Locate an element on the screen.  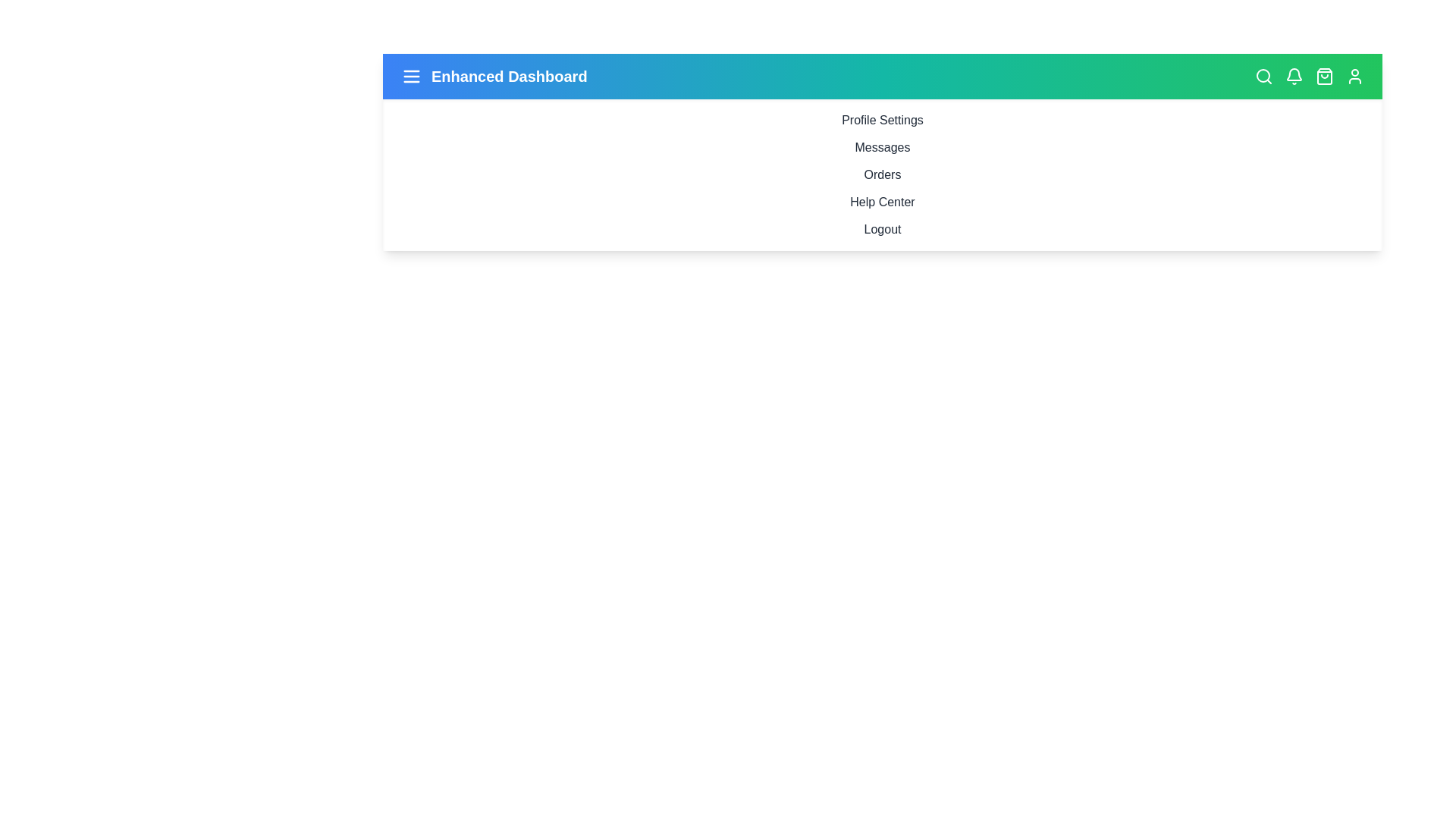
the search icon to initiate a search is located at coordinates (1263, 76).